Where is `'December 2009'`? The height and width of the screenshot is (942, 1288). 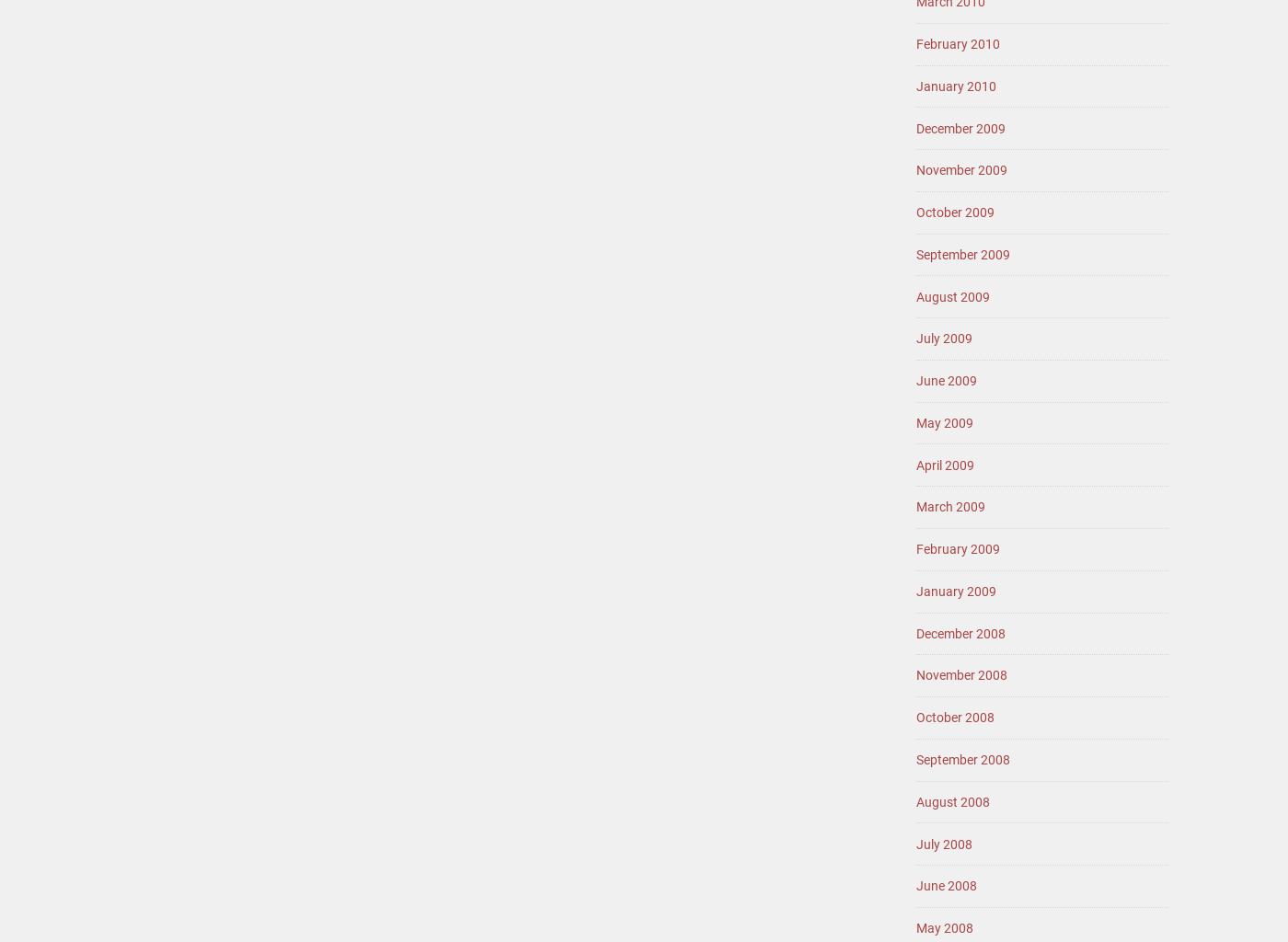
'December 2009' is located at coordinates (960, 126).